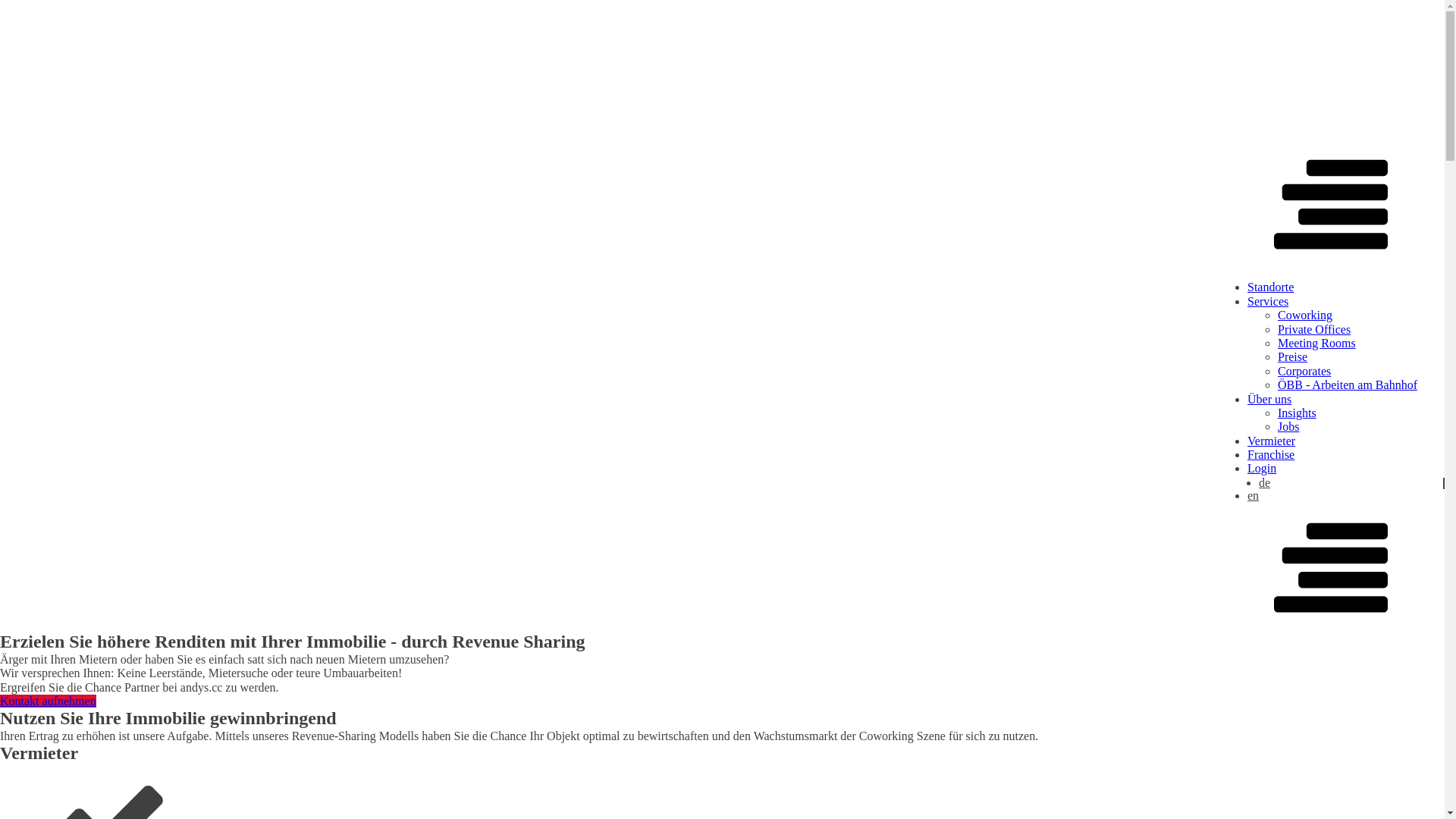 Image resolution: width=1456 pixels, height=819 pixels. I want to click on 'de', so click(1259, 483).